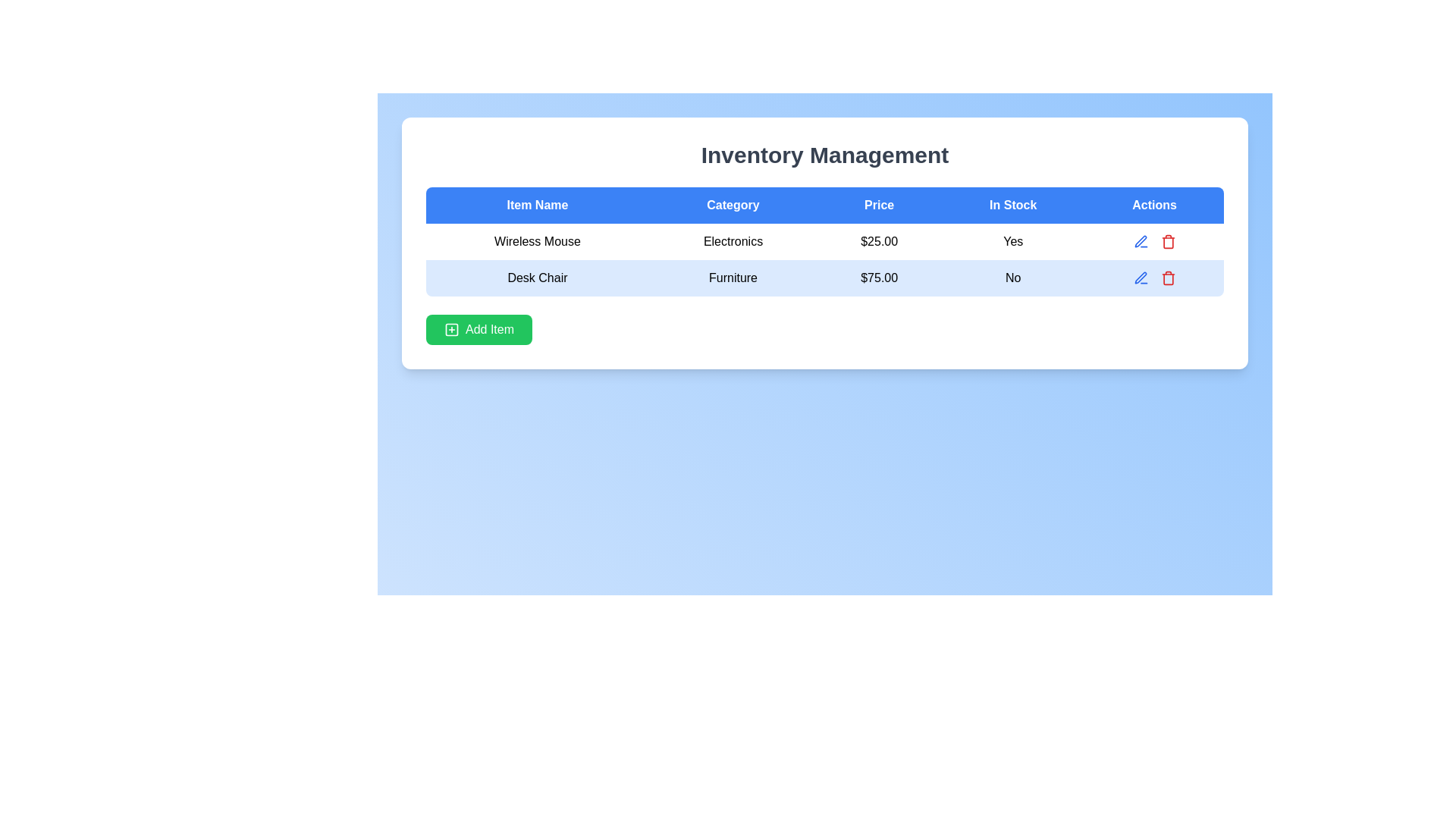  Describe the element at coordinates (1153, 241) in the screenshot. I see `the edit icon located in the first row under the 'Actions' column for the inventory item 'Wireless Mouse'` at that location.